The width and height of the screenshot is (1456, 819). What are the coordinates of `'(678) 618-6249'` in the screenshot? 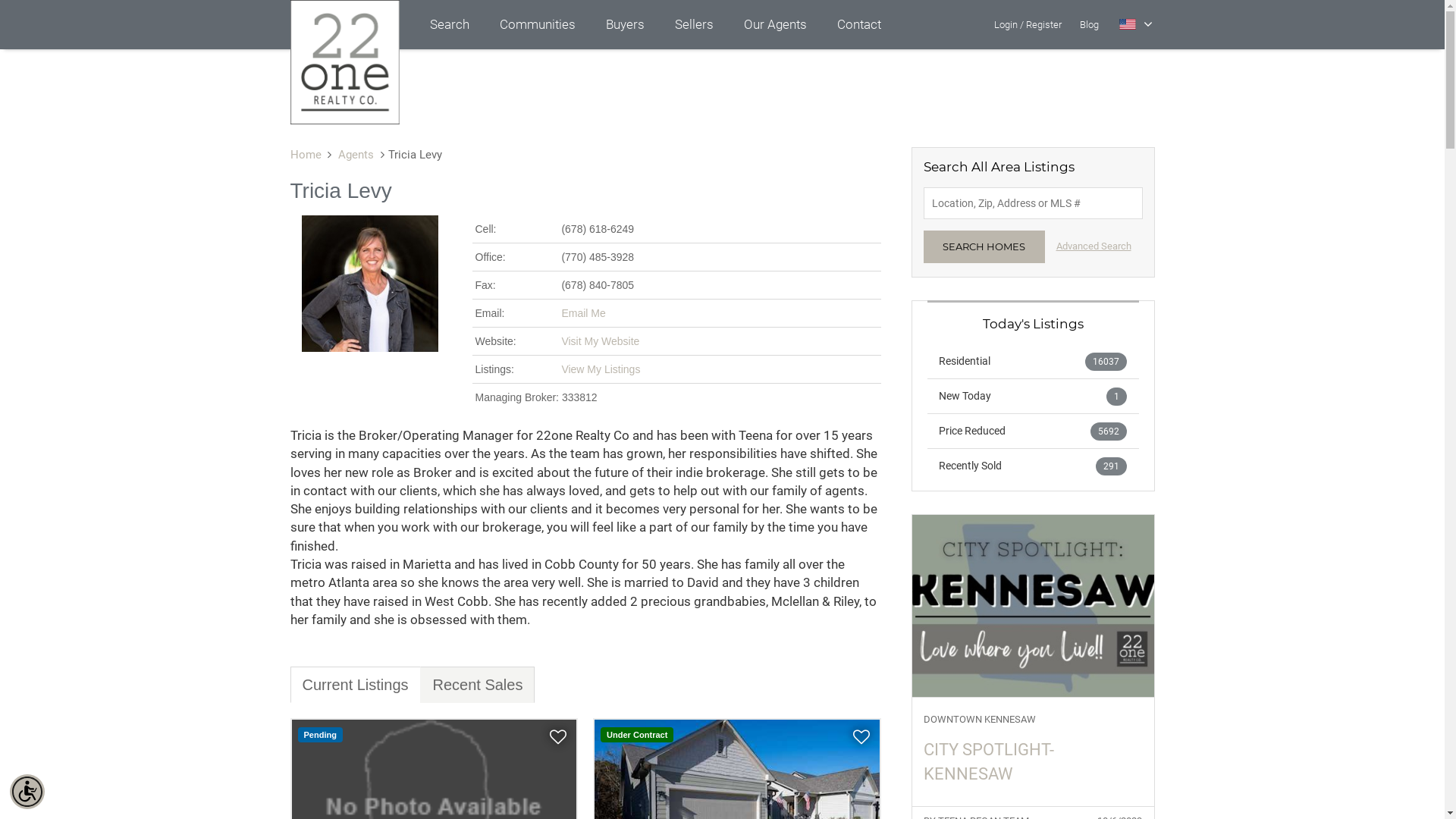 It's located at (560, 228).